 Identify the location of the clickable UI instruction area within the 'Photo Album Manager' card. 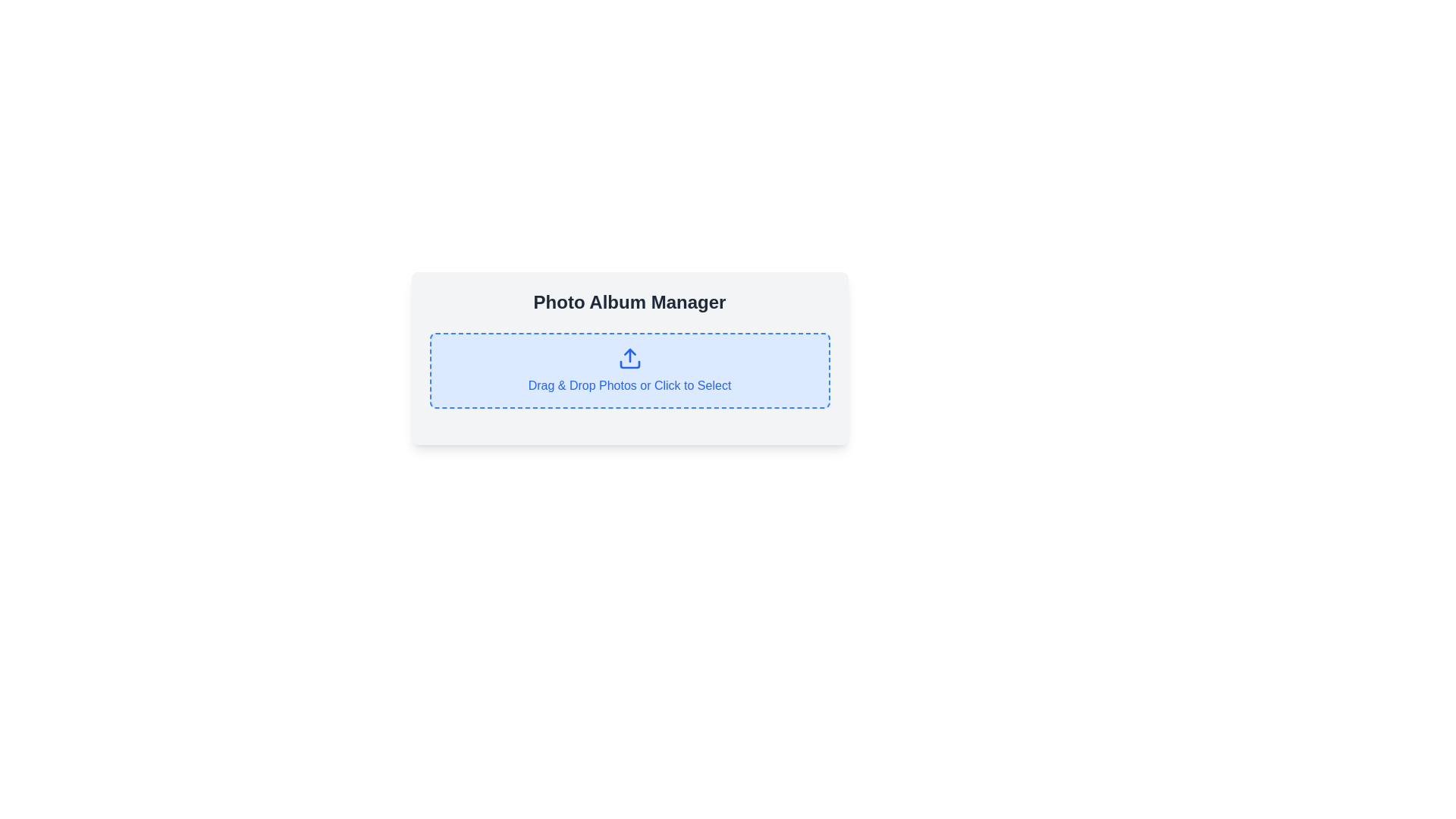
(629, 371).